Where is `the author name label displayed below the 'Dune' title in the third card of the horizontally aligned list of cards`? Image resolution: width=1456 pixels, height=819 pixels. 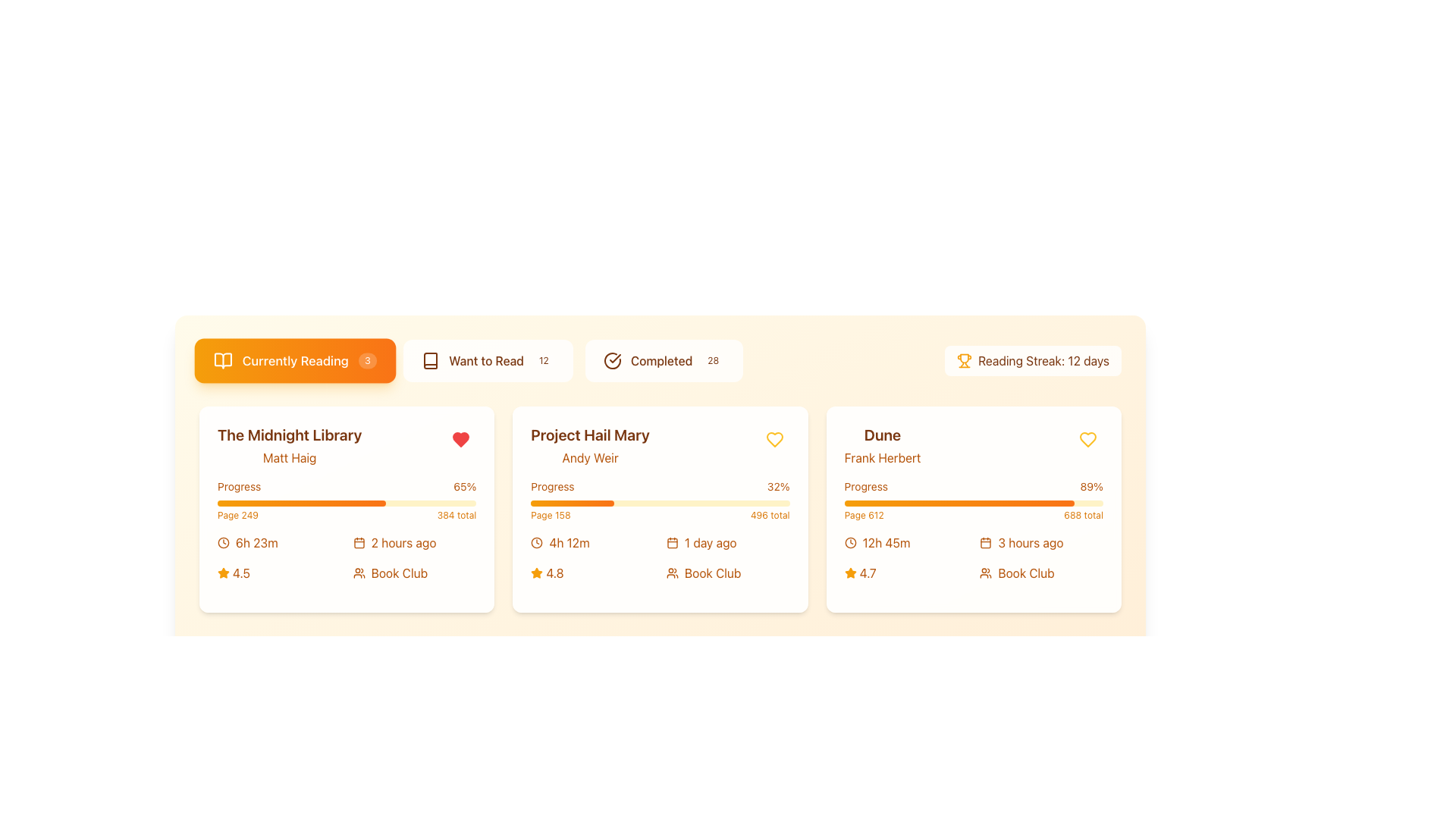
the author name label displayed below the 'Dune' title in the third card of the horizontally aligned list of cards is located at coordinates (882, 457).